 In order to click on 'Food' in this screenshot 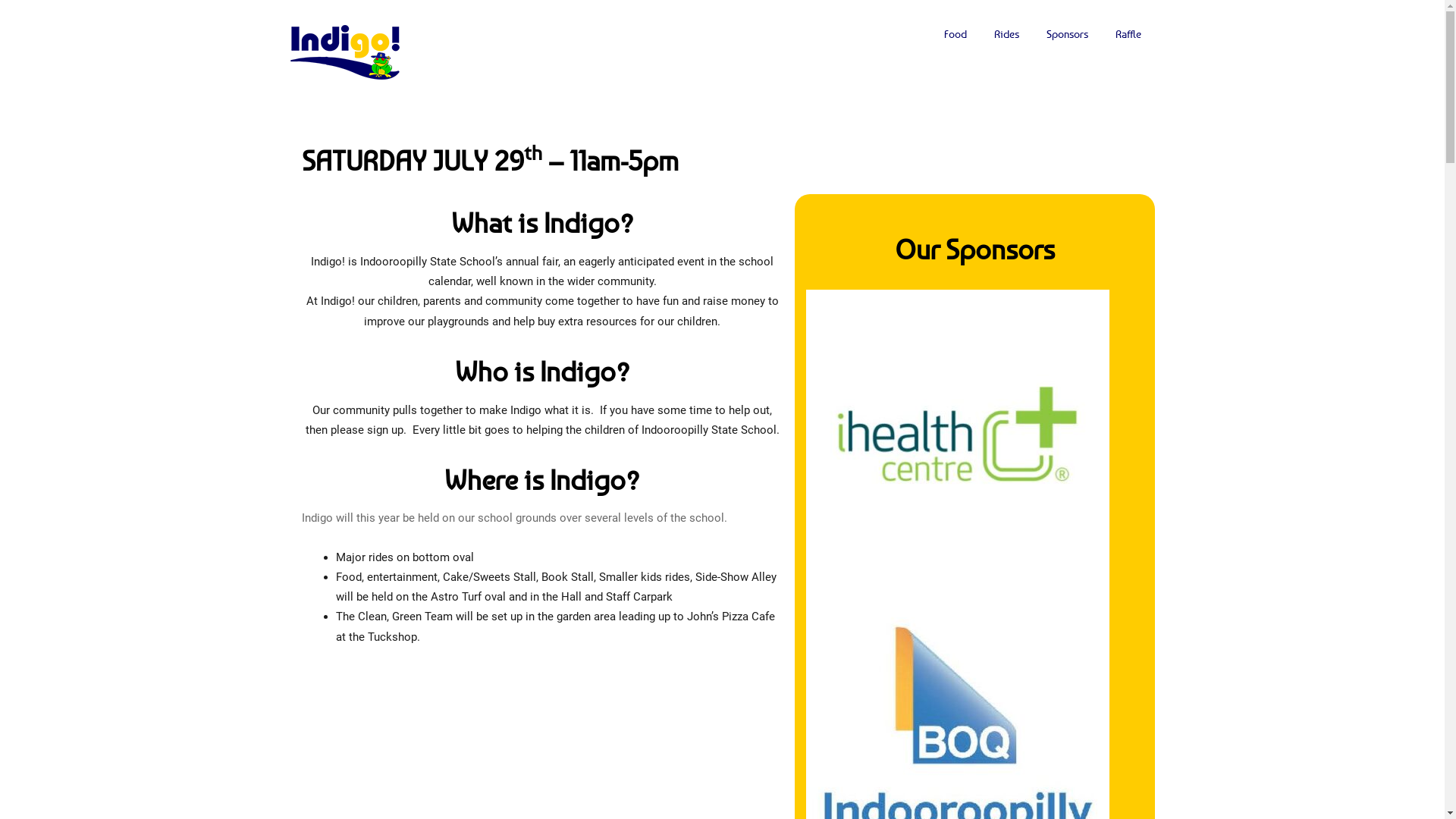, I will do `click(953, 34)`.